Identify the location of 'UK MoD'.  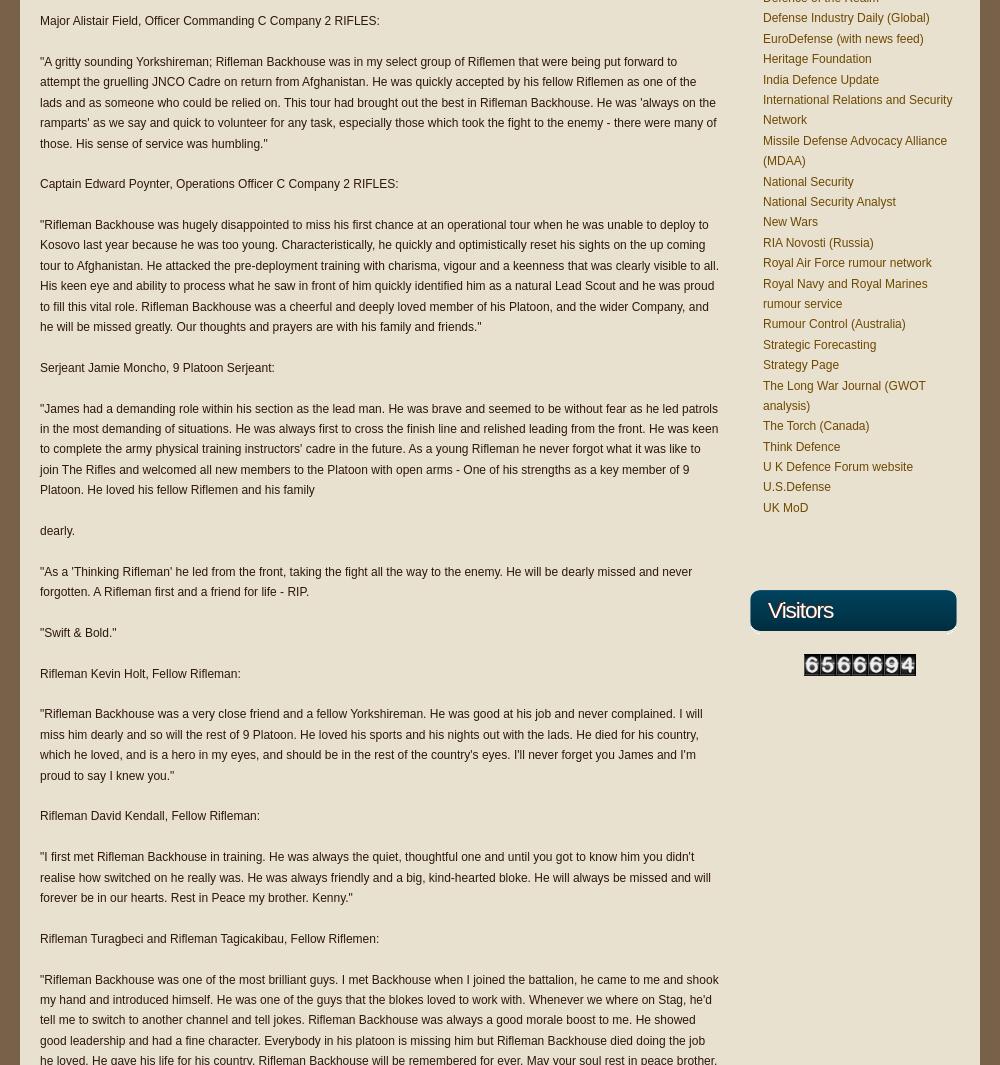
(785, 506).